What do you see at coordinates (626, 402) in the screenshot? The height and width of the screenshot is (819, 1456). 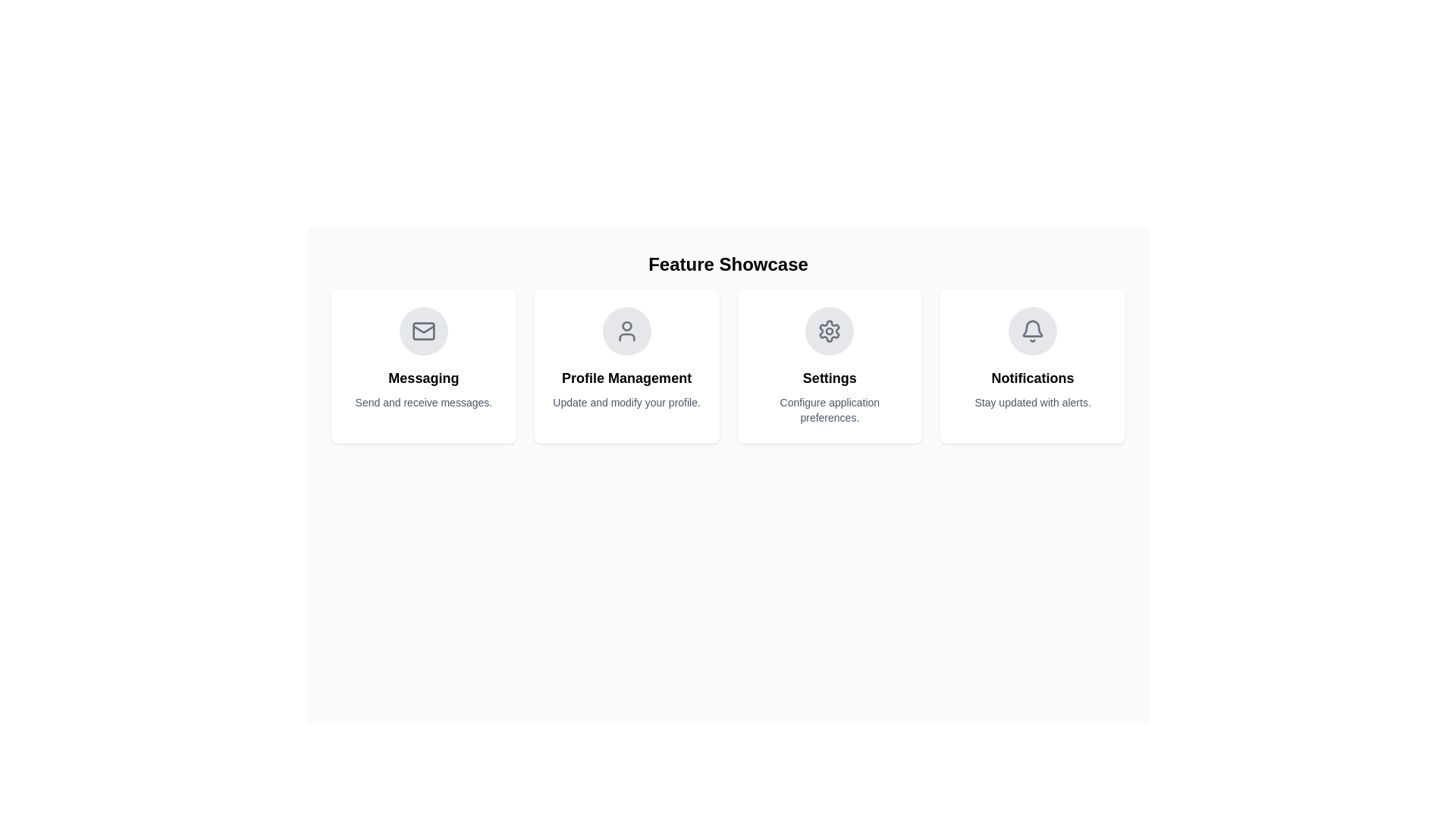 I see `the text label reading 'Update and modify your profile.' which is positioned beneath the header 'Profile Management' in the second card of the grid` at bounding box center [626, 402].